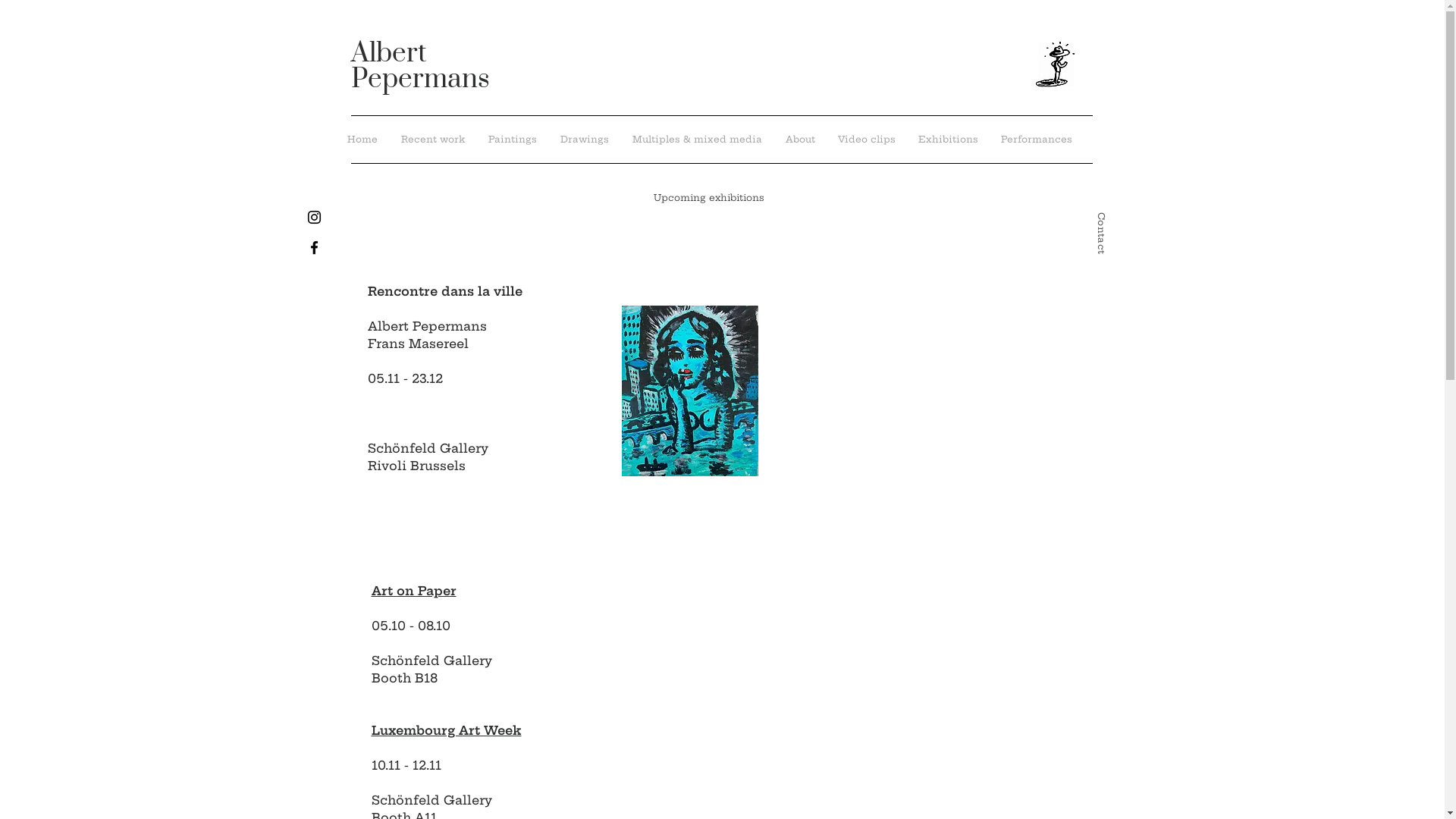 This screenshot has width=1456, height=819. What do you see at coordinates (367, 291) in the screenshot?
I see `'Rencontre dans la ville'` at bounding box center [367, 291].